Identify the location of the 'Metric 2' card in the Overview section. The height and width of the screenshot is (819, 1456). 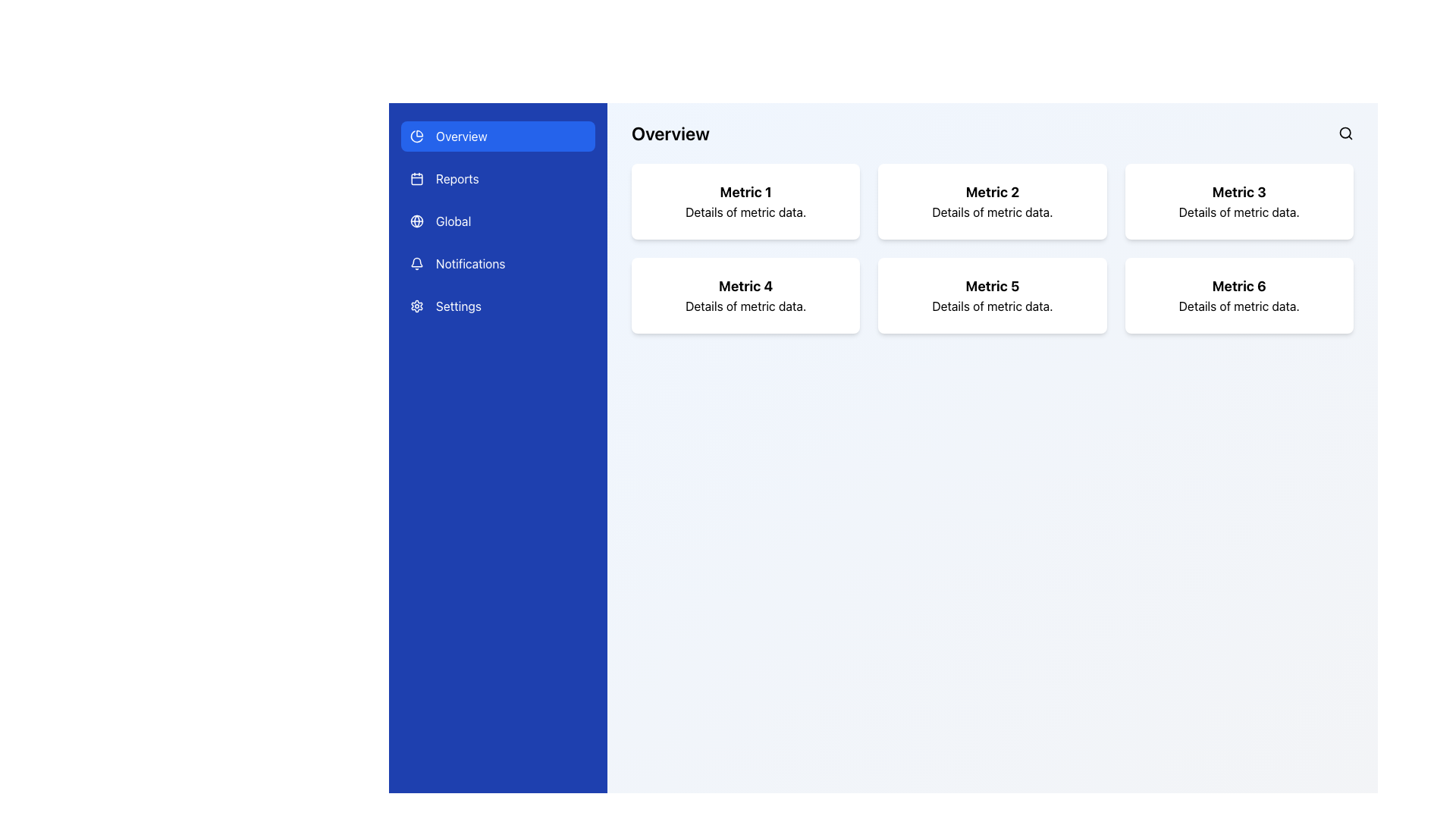
(993, 227).